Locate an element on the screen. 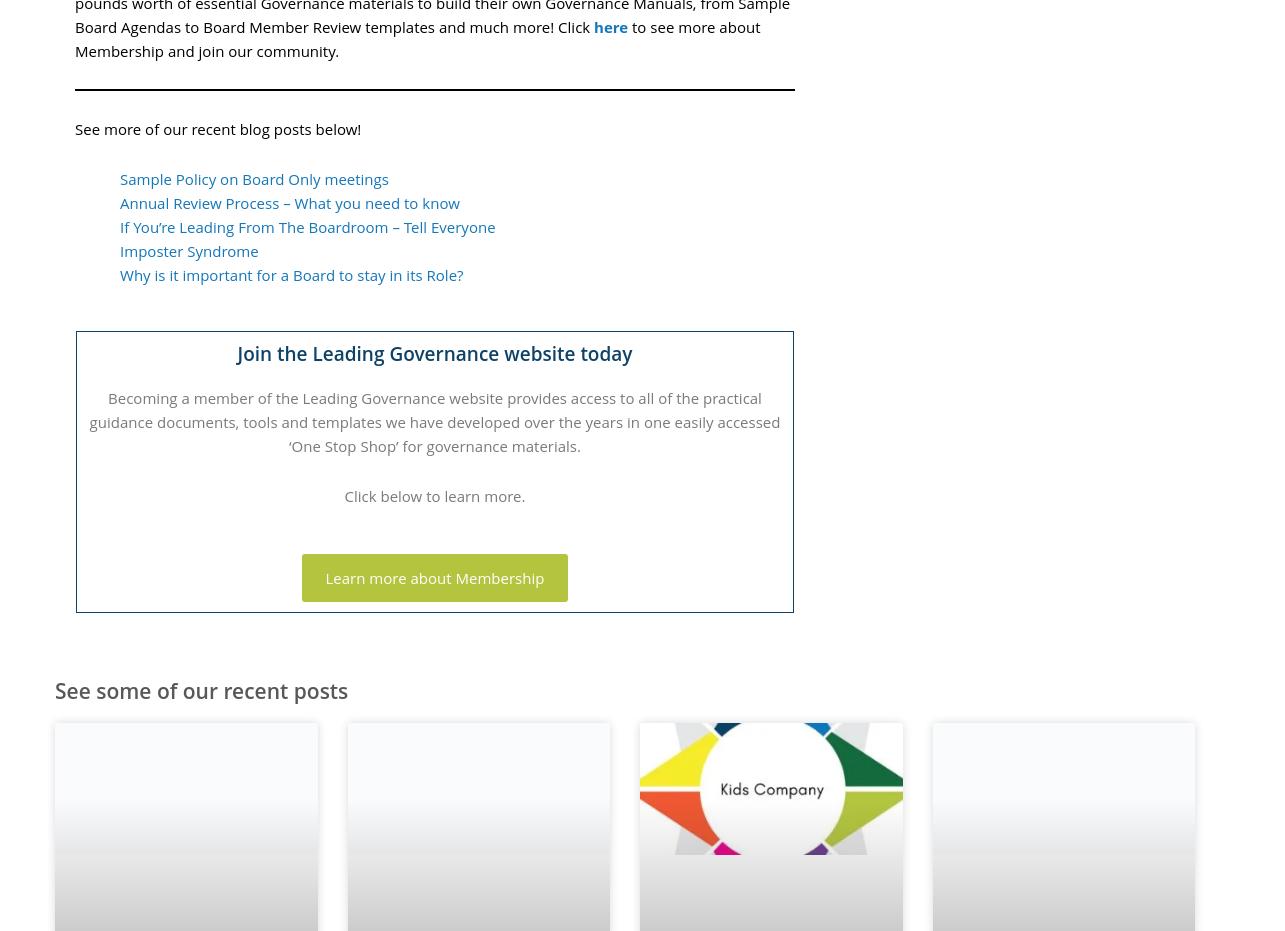 The width and height of the screenshot is (1285, 931). 'Imposter Syndrome' is located at coordinates (189, 250).